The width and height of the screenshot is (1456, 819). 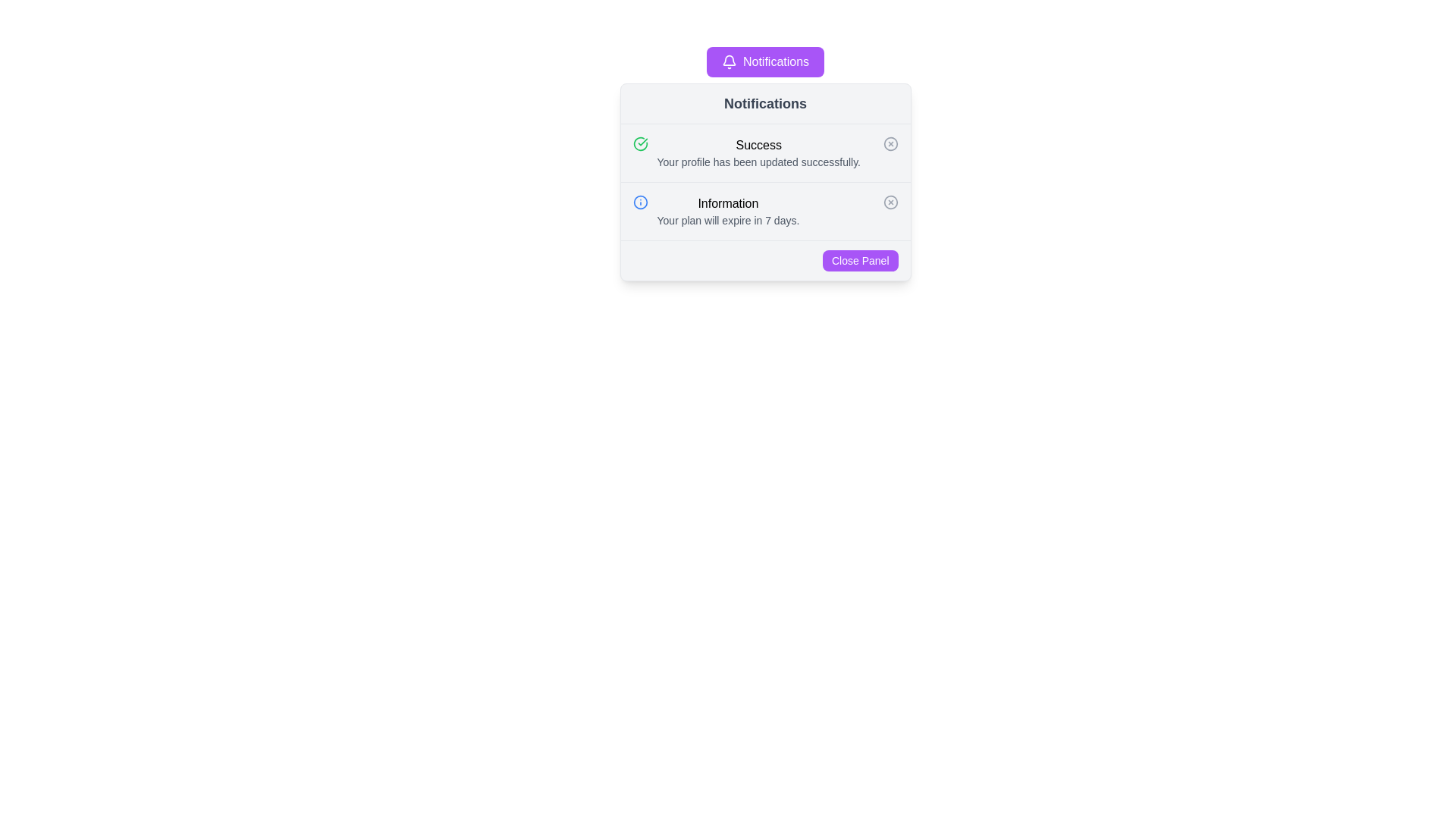 I want to click on text content of the notification title label located within the notifications panel, which summarizes the key point of information regarding the user's plan expiration, so click(x=728, y=203).